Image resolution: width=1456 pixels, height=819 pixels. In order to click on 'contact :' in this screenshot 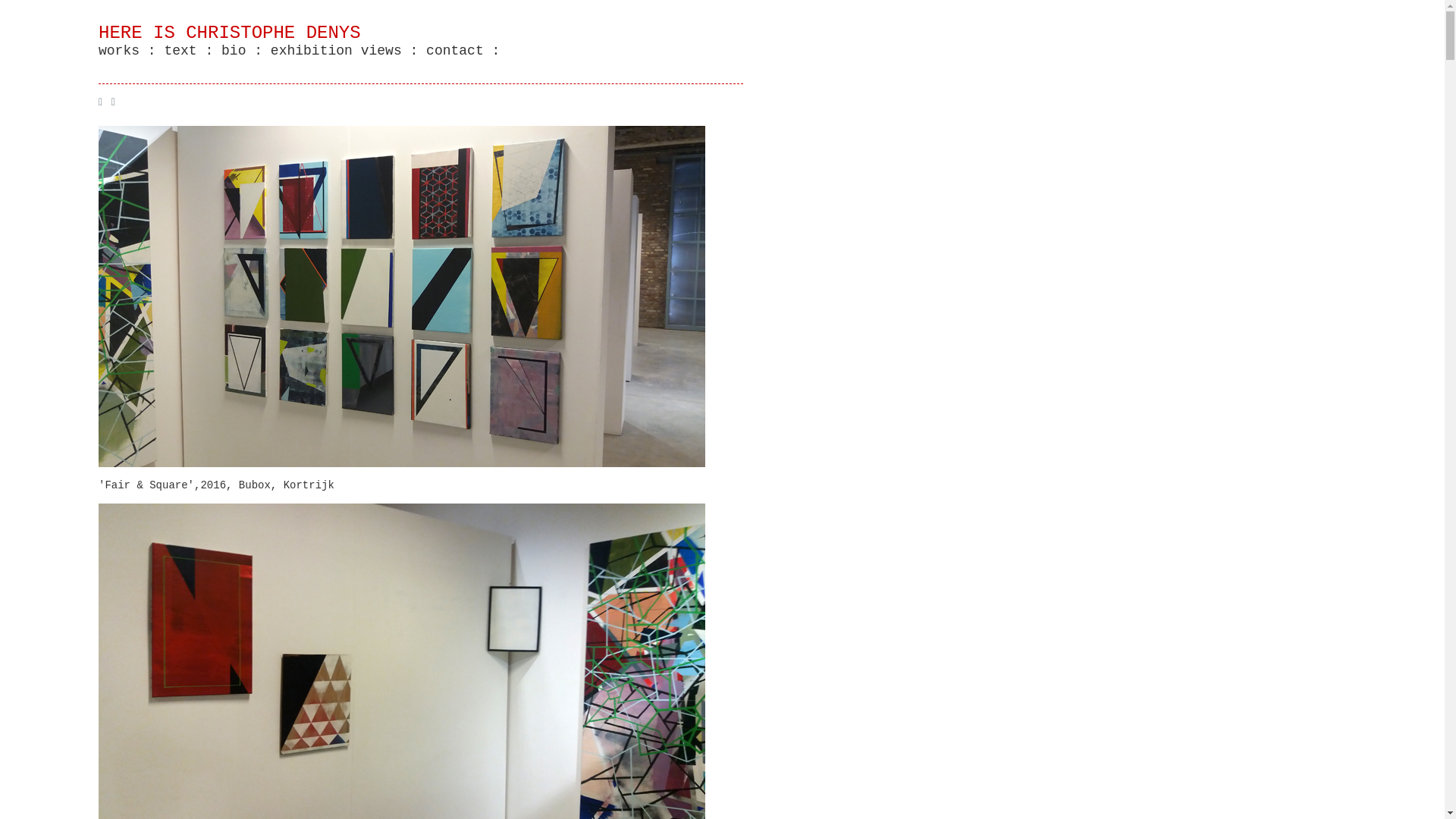, I will do `click(457, 49)`.